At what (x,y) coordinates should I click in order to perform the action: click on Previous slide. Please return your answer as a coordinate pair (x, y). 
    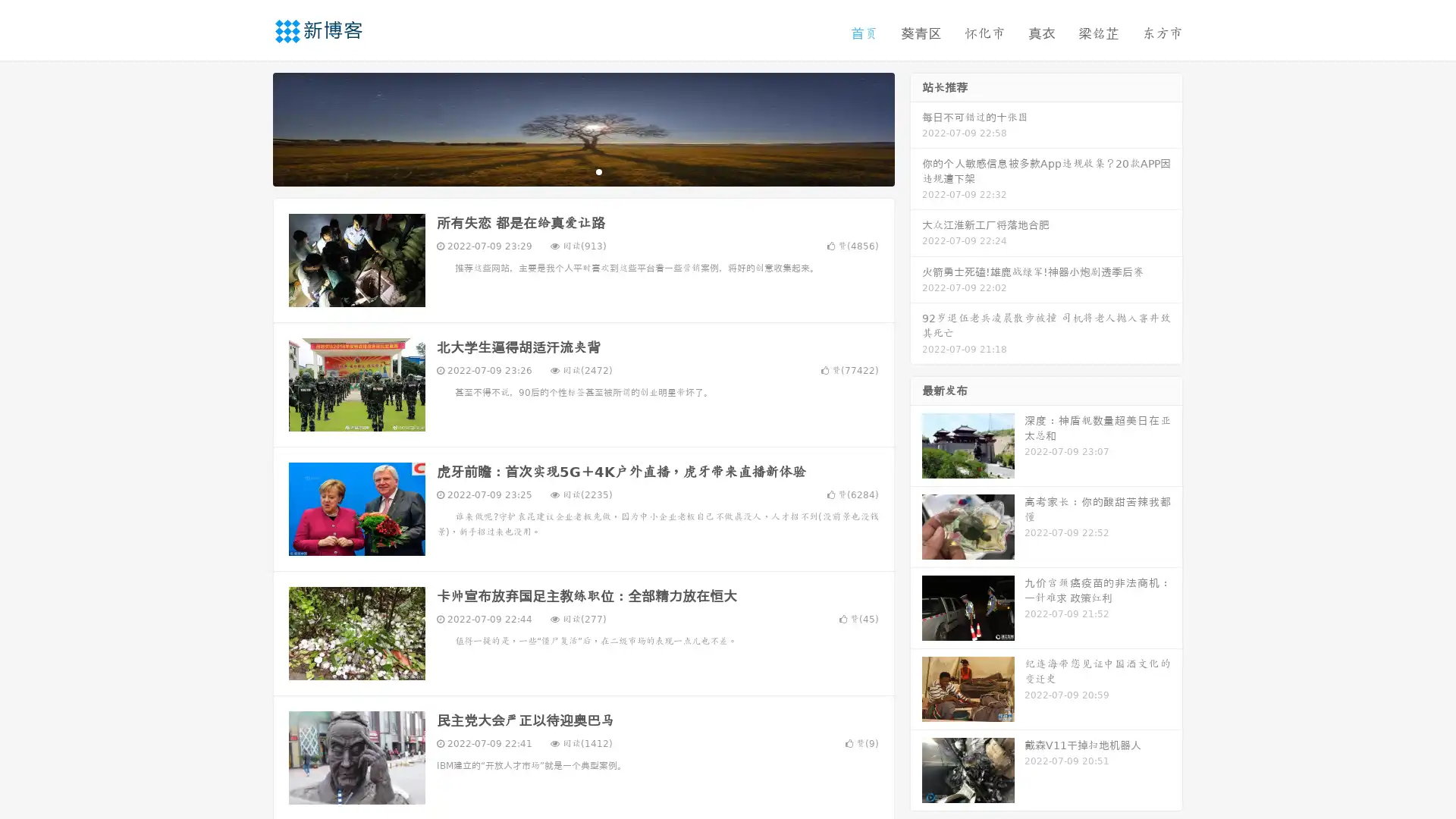
    Looking at the image, I should click on (250, 127).